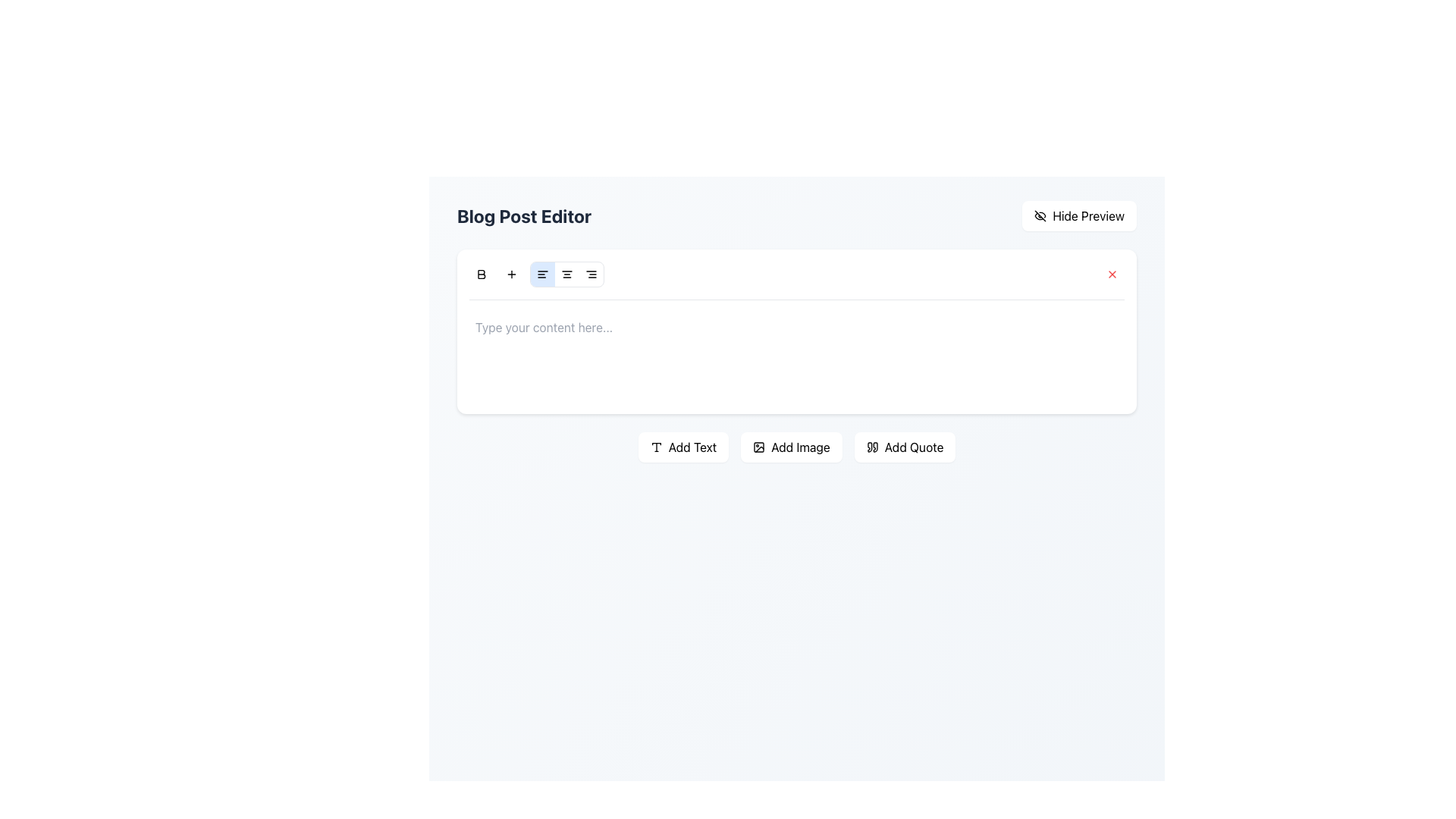 This screenshot has height=819, width=1456. What do you see at coordinates (790, 447) in the screenshot?
I see `the button that allows the user to add an image to the editable content section, located between the 'Add Text' button on the left and the 'Add Quote' button on the right` at bounding box center [790, 447].